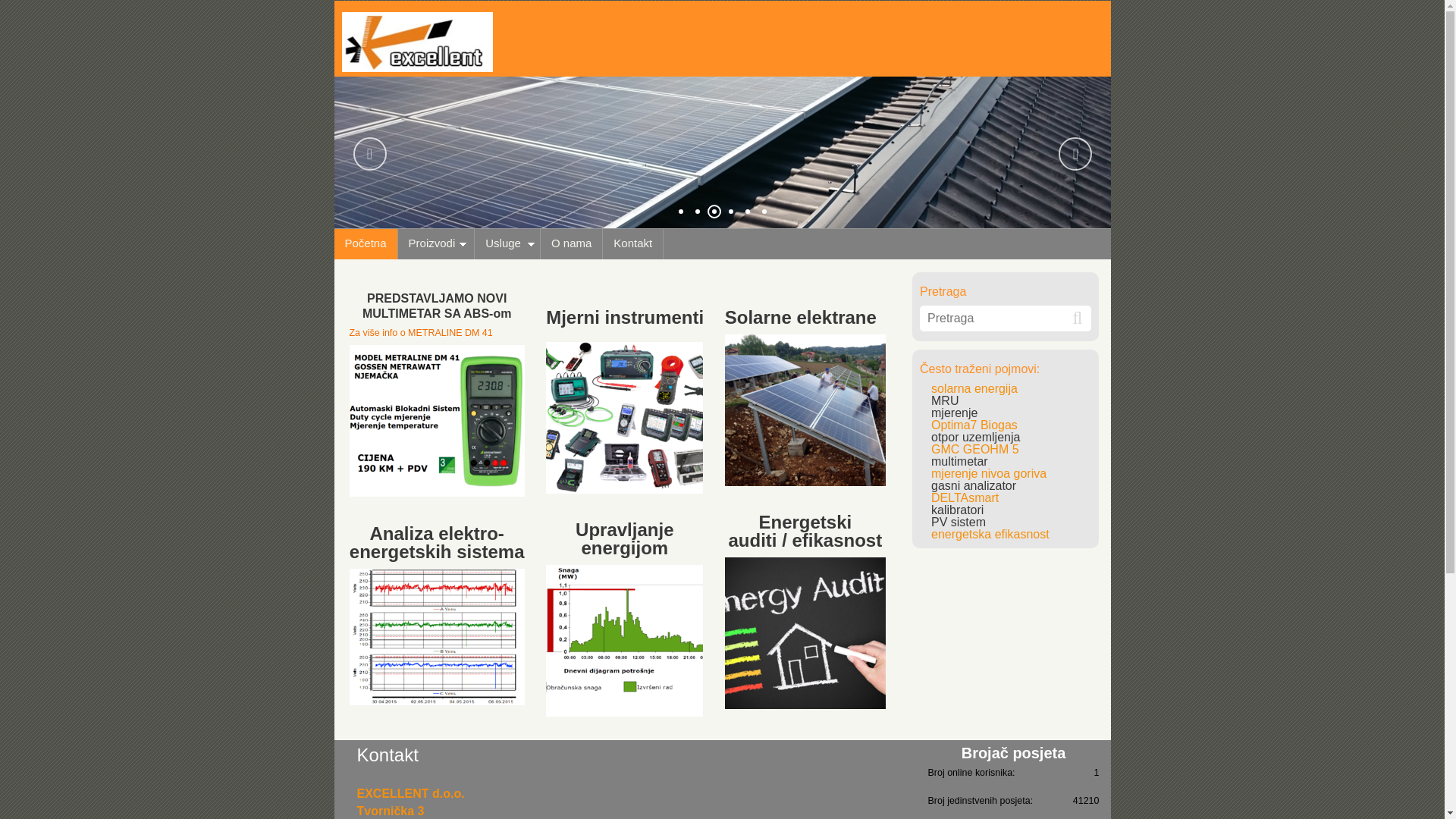 Image resolution: width=1456 pixels, height=819 pixels. Describe the element at coordinates (964, 497) in the screenshot. I see `'DELTAsmart'` at that location.